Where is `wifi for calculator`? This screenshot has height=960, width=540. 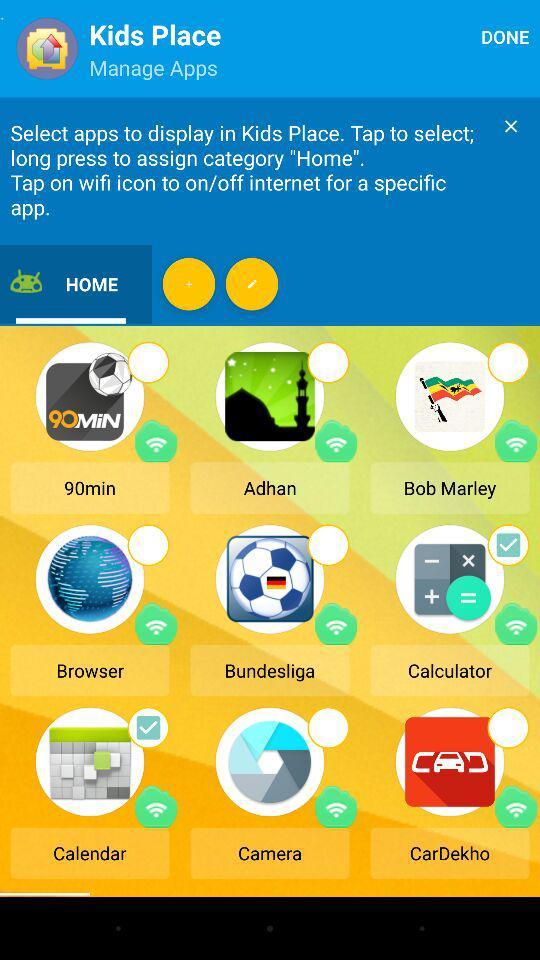
wifi for calculator is located at coordinates (516, 623).